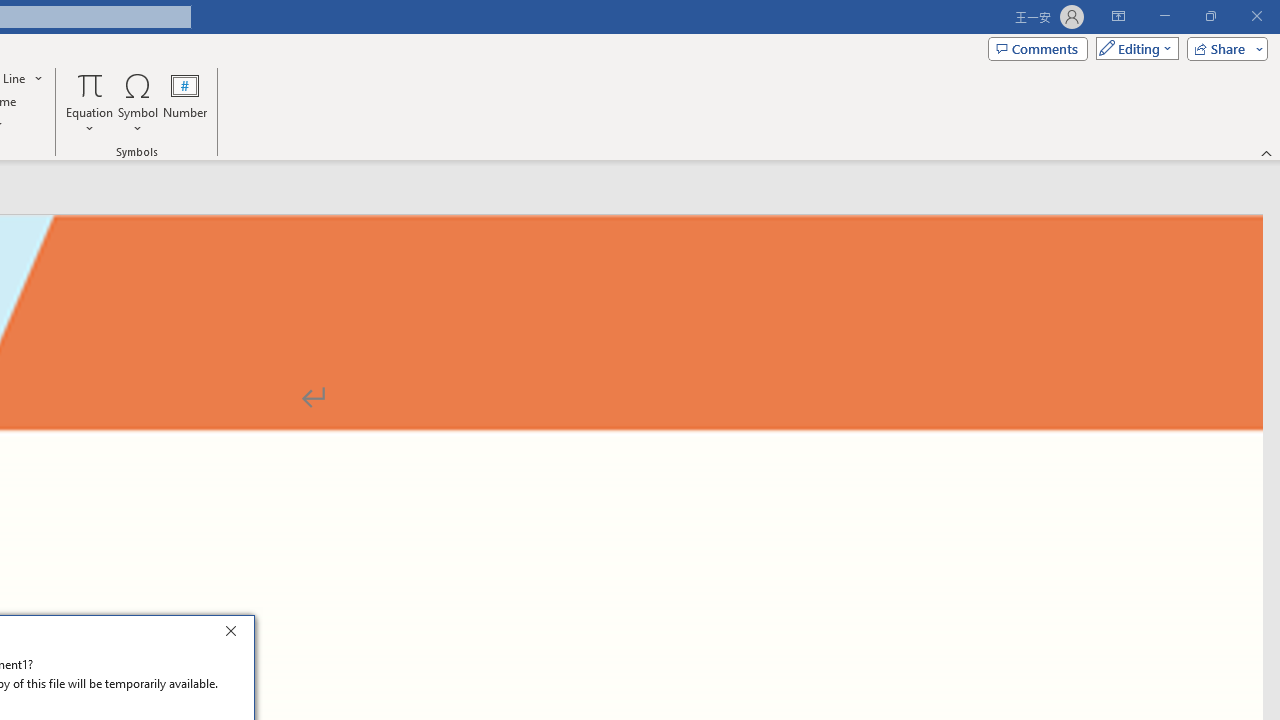 Image resolution: width=1280 pixels, height=720 pixels. I want to click on 'Mode', so click(1133, 47).